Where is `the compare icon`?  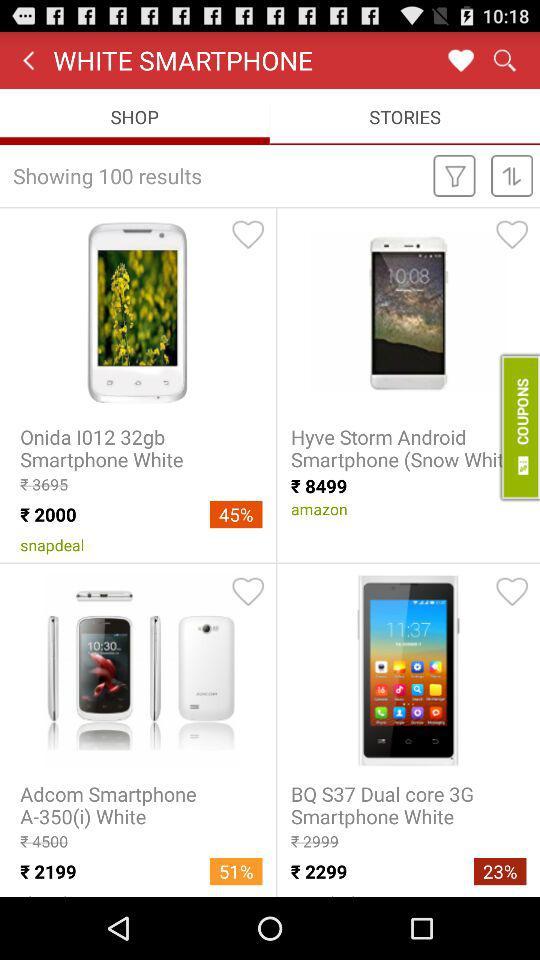 the compare icon is located at coordinates (512, 188).